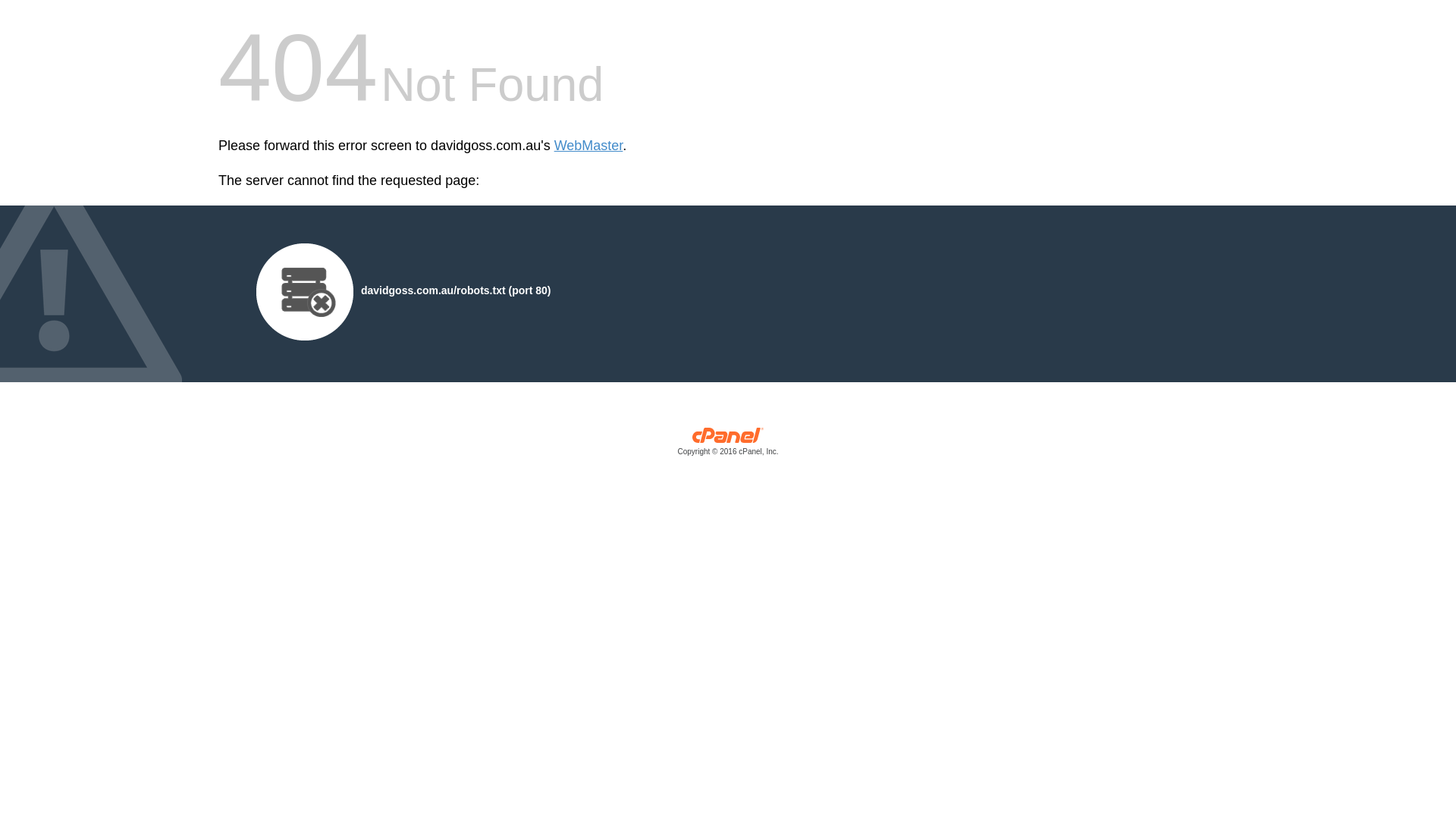  I want to click on 'WebMaster', so click(588, 146).